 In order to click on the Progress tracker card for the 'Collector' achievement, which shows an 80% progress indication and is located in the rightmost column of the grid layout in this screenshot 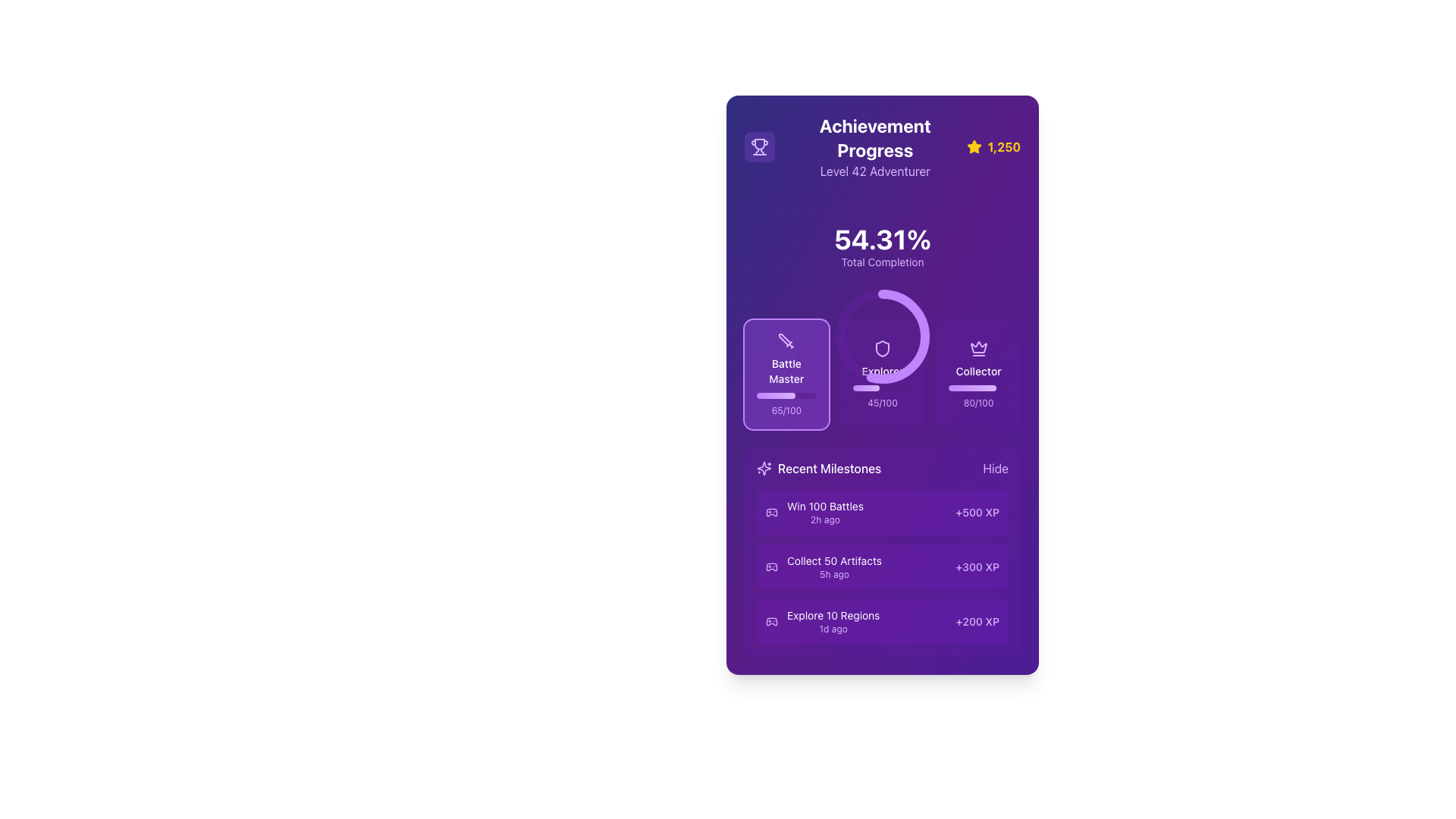, I will do `click(978, 374)`.